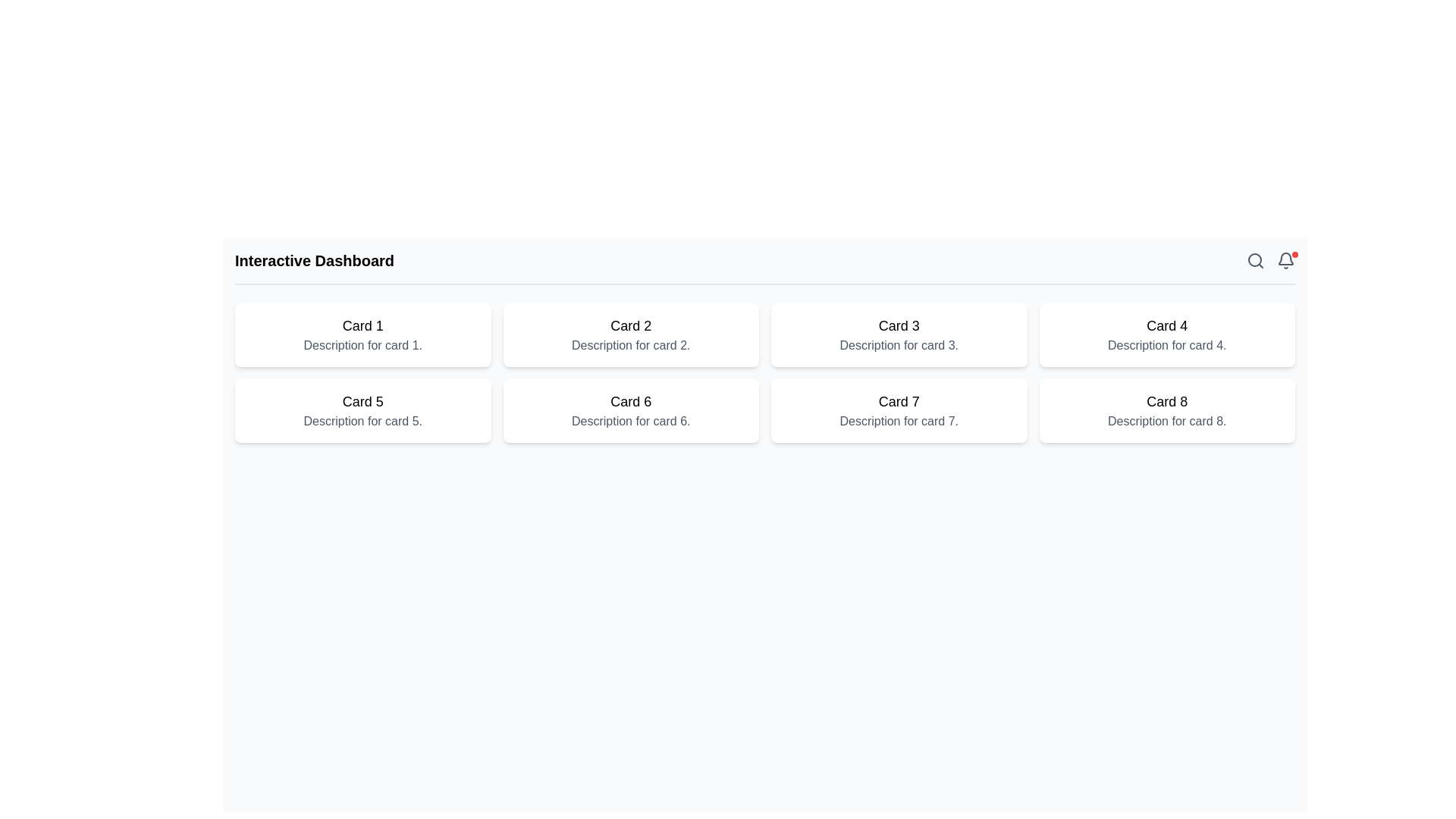  What do you see at coordinates (362, 345) in the screenshot?
I see `the text label reading 'Description for card 1.' which is styled in light gray and located below the heading 'Card 1' within the card box` at bounding box center [362, 345].